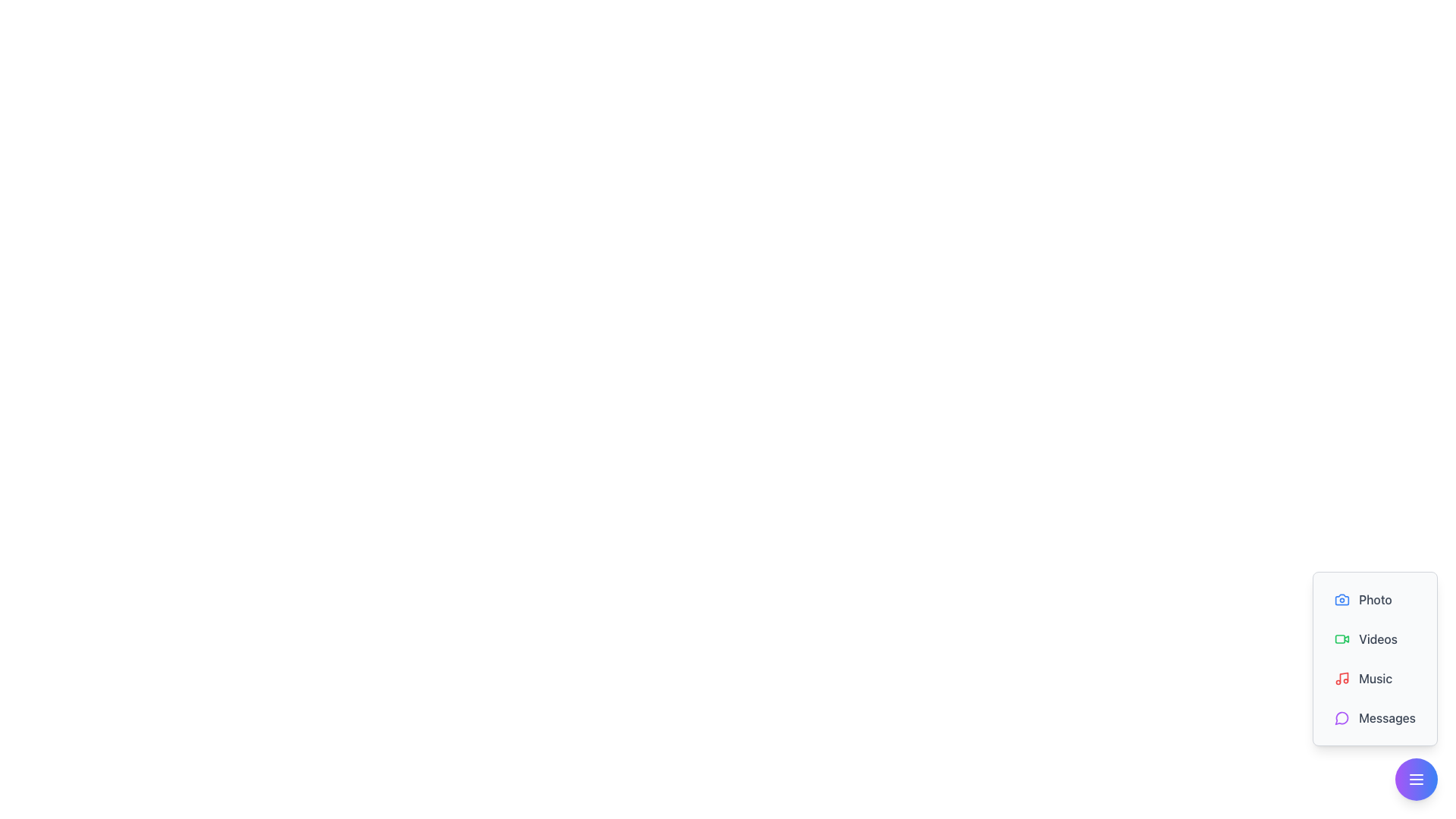  Describe the element at coordinates (1378, 639) in the screenshot. I see `the 'Videos' text label, which is the second item in a vertical list for managing or viewing video files, located between the 'Photo' and 'Music' items` at that location.